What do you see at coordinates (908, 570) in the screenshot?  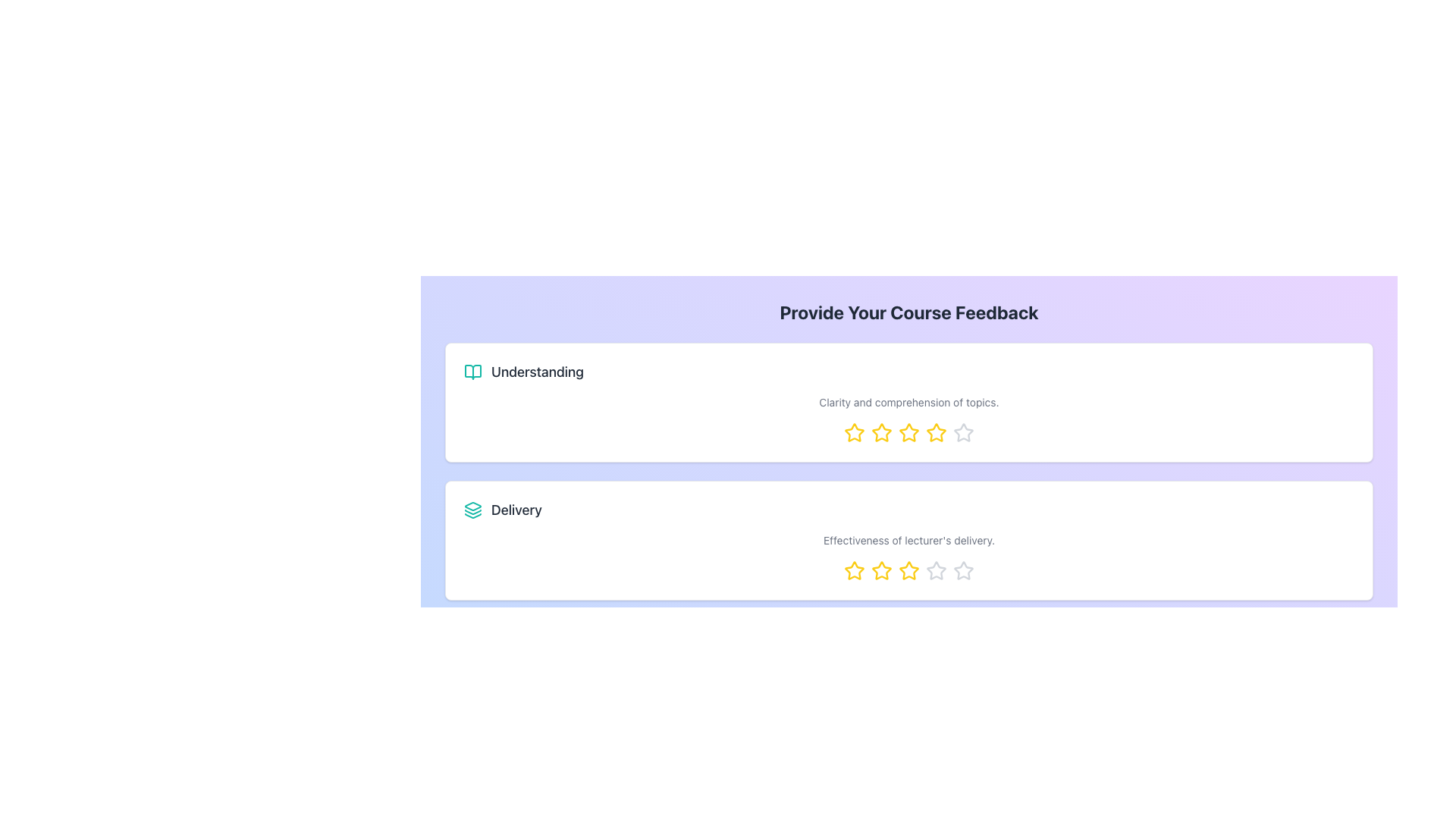 I see `the fourth star` at bounding box center [908, 570].